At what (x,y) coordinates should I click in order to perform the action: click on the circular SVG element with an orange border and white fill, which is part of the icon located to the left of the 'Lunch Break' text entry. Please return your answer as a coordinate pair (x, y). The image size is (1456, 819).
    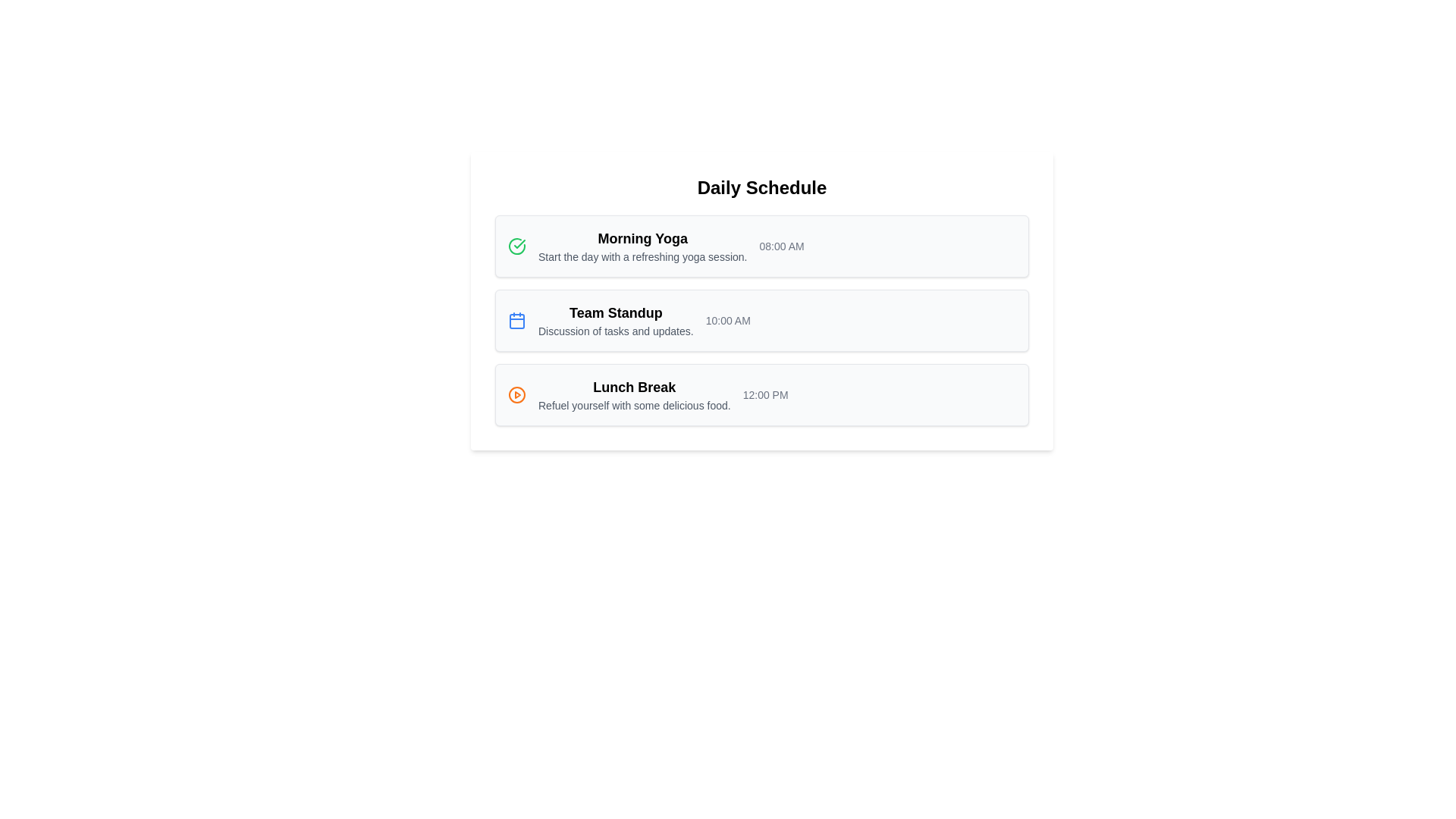
    Looking at the image, I should click on (516, 394).